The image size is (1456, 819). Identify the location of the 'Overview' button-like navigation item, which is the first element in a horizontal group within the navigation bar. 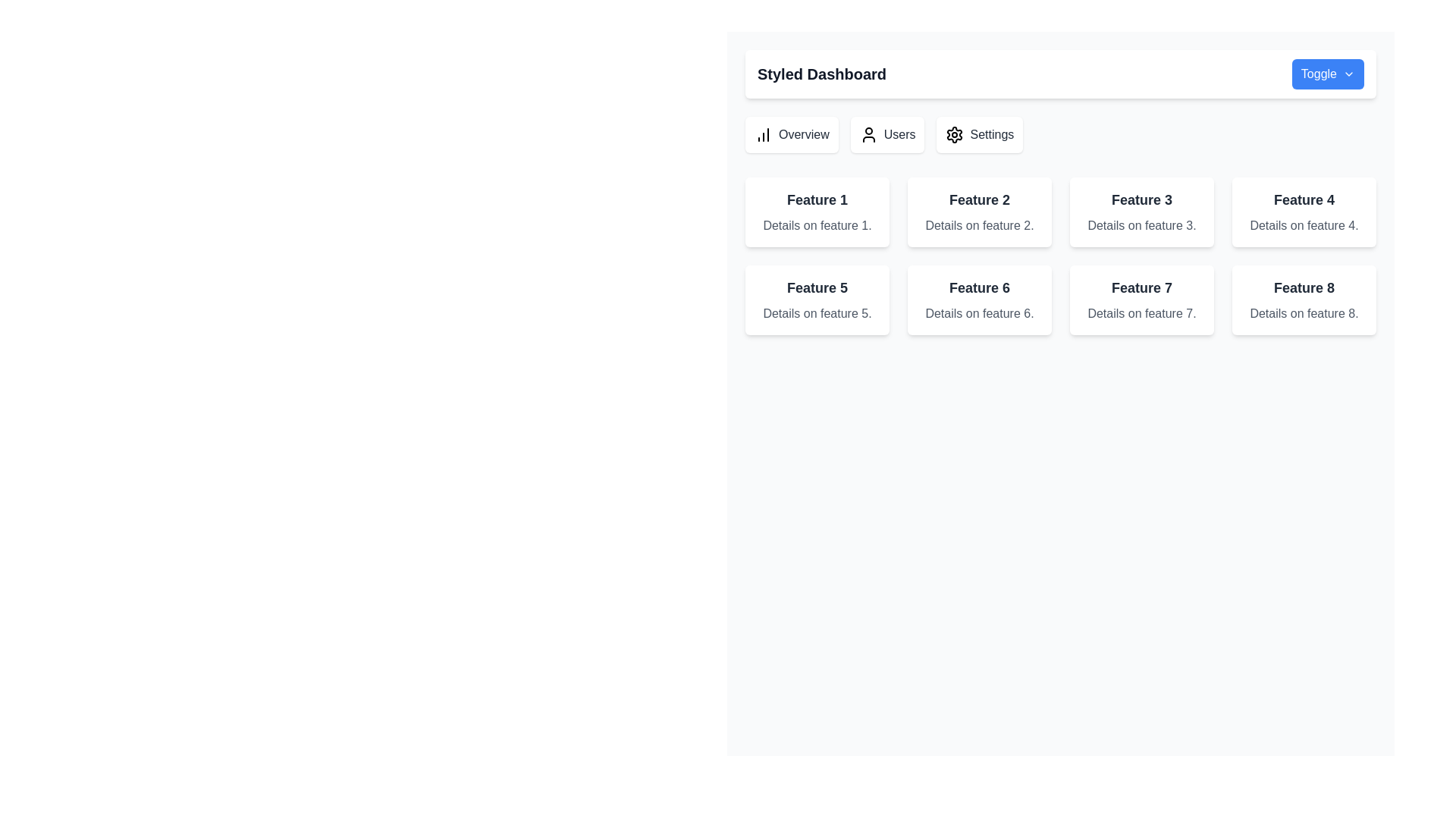
(791, 133).